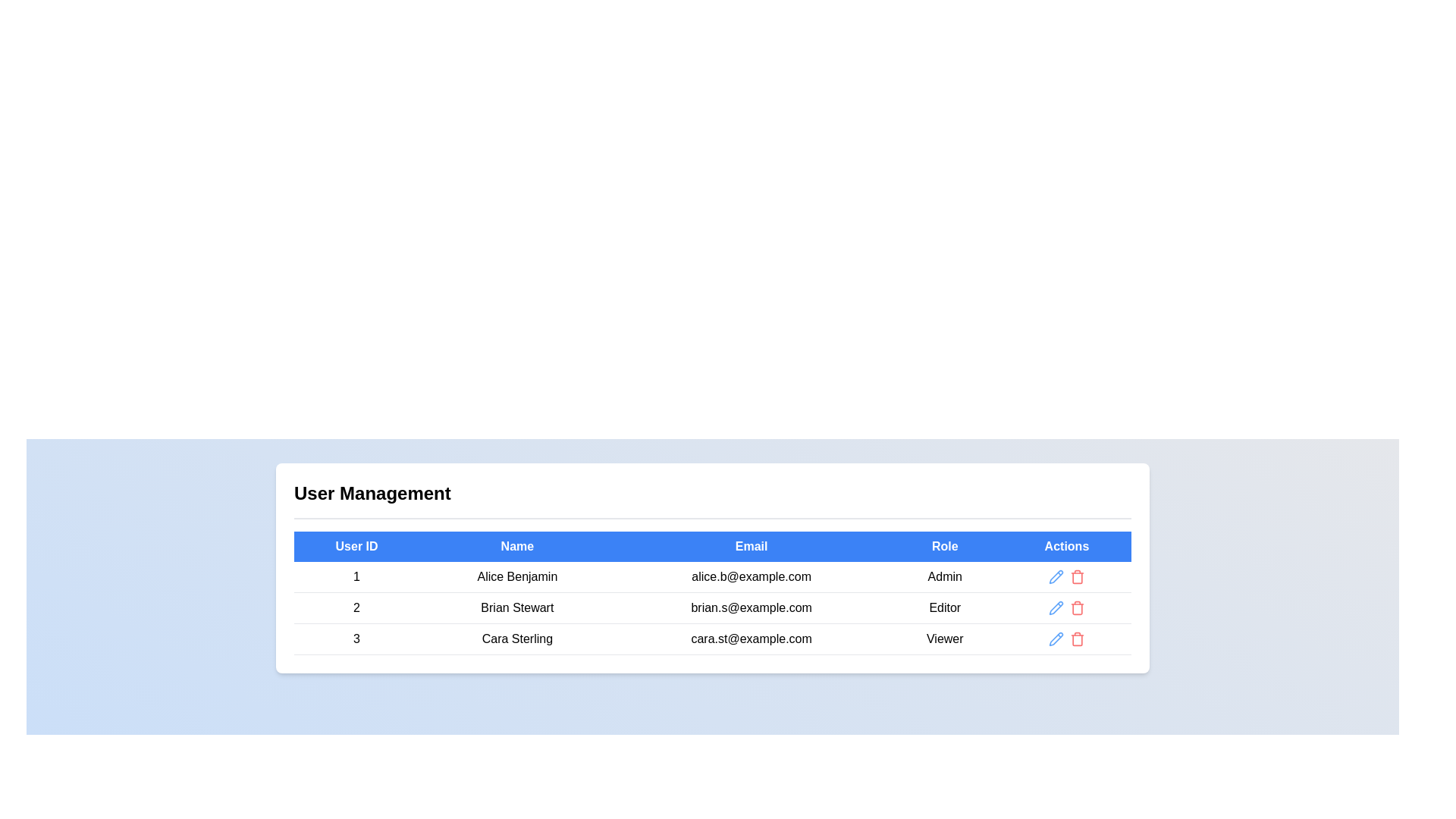  Describe the element at coordinates (1076, 576) in the screenshot. I see `the delete button, represented by a red trash bin icon, located in the last column of the first row in the table under the 'Actions' header` at that location.